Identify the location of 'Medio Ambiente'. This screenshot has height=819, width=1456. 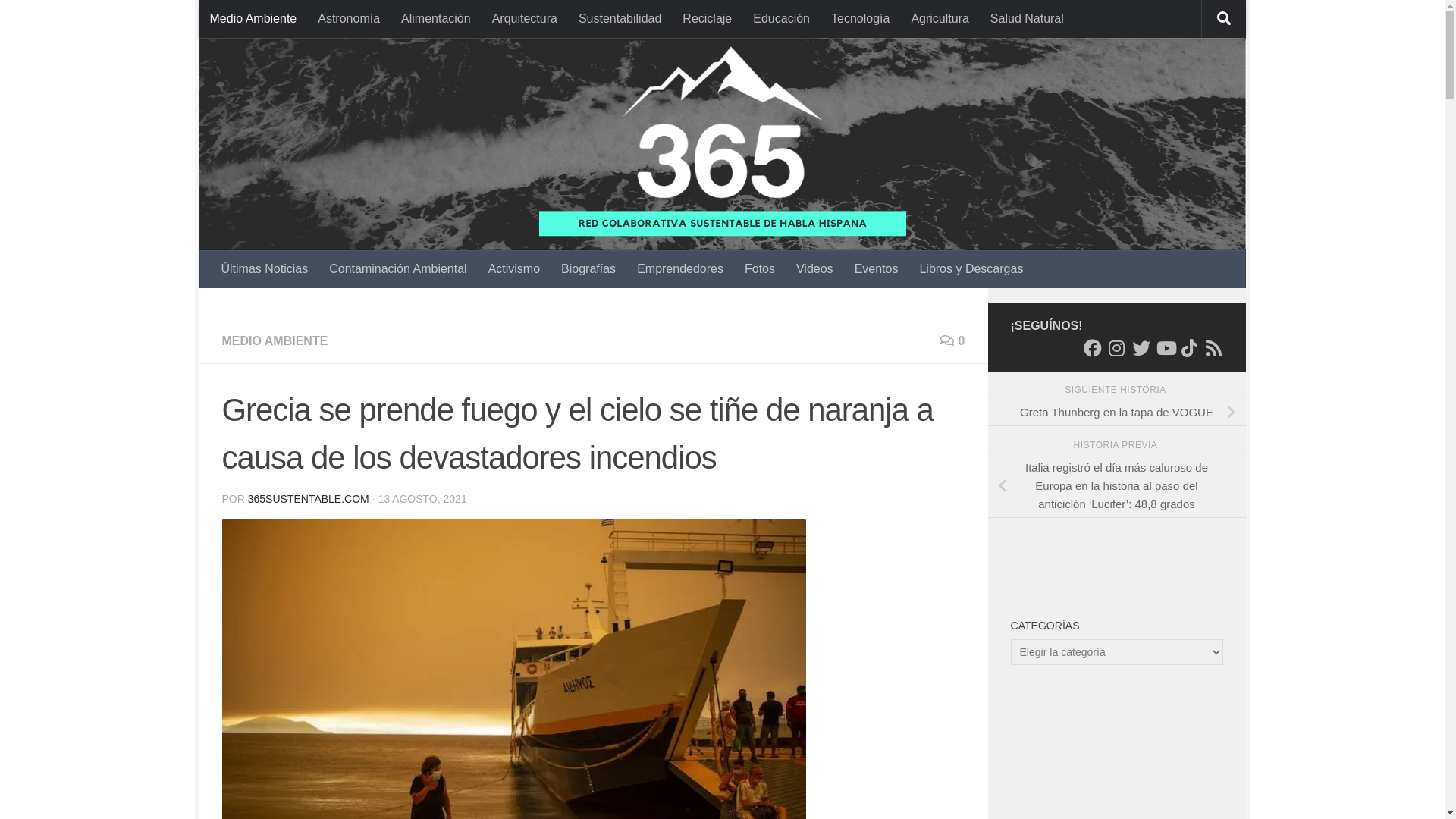
(253, 18).